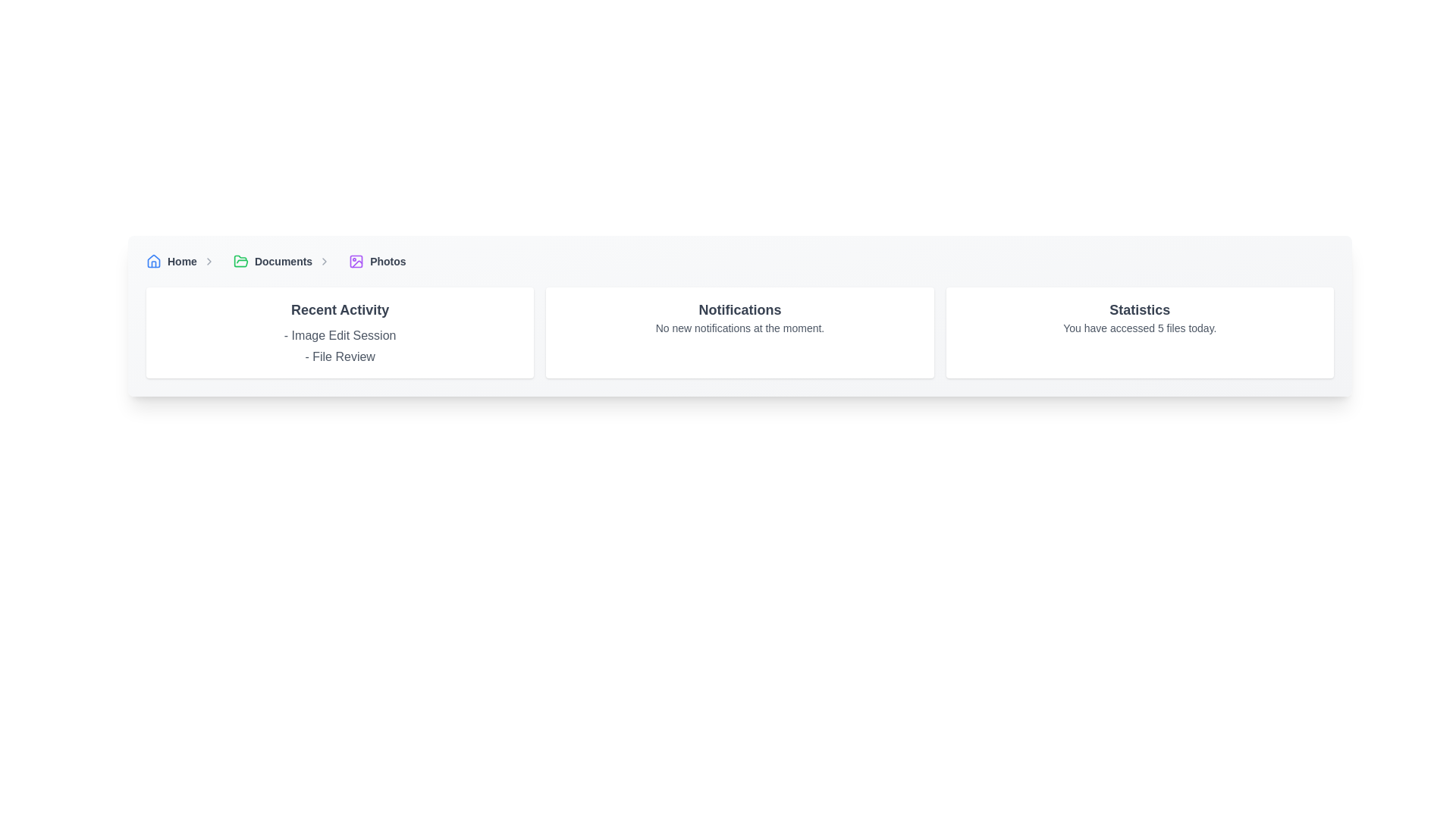 Image resolution: width=1456 pixels, height=819 pixels. I want to click on the Breadcrumb link at the beginning of the navigation bar, so click(171, 260).